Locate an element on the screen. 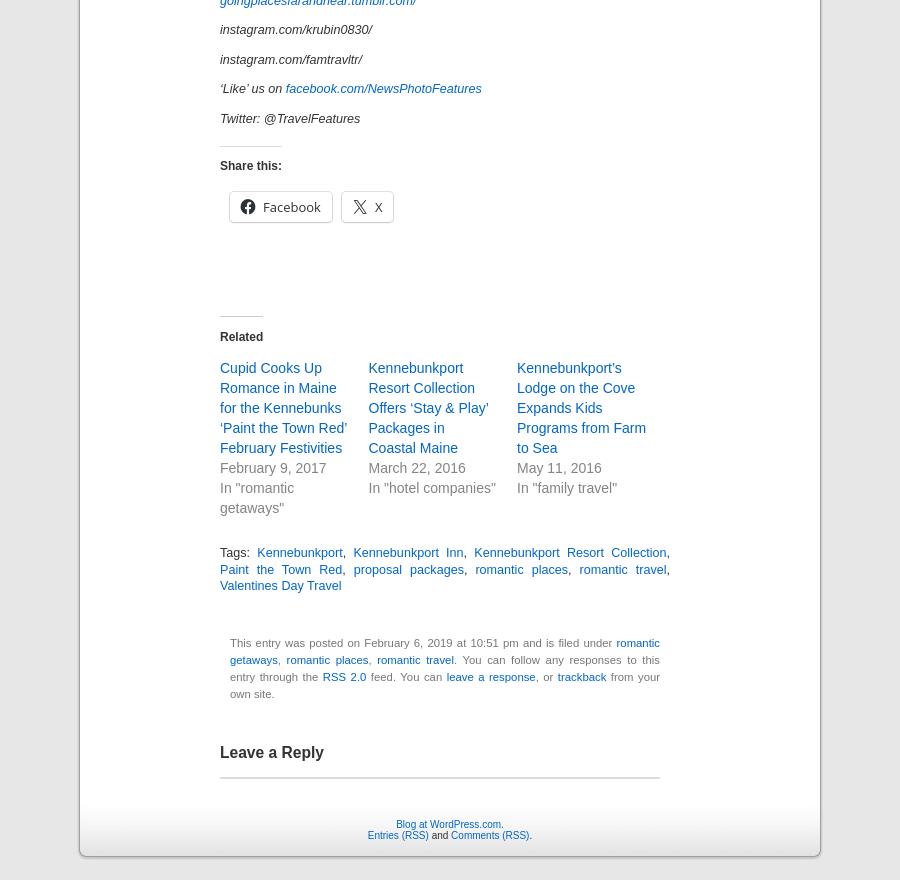  'This entry was posted on February 6, 2019 at 10:51 pm and is filed under' is located at coordinates (423, 643).